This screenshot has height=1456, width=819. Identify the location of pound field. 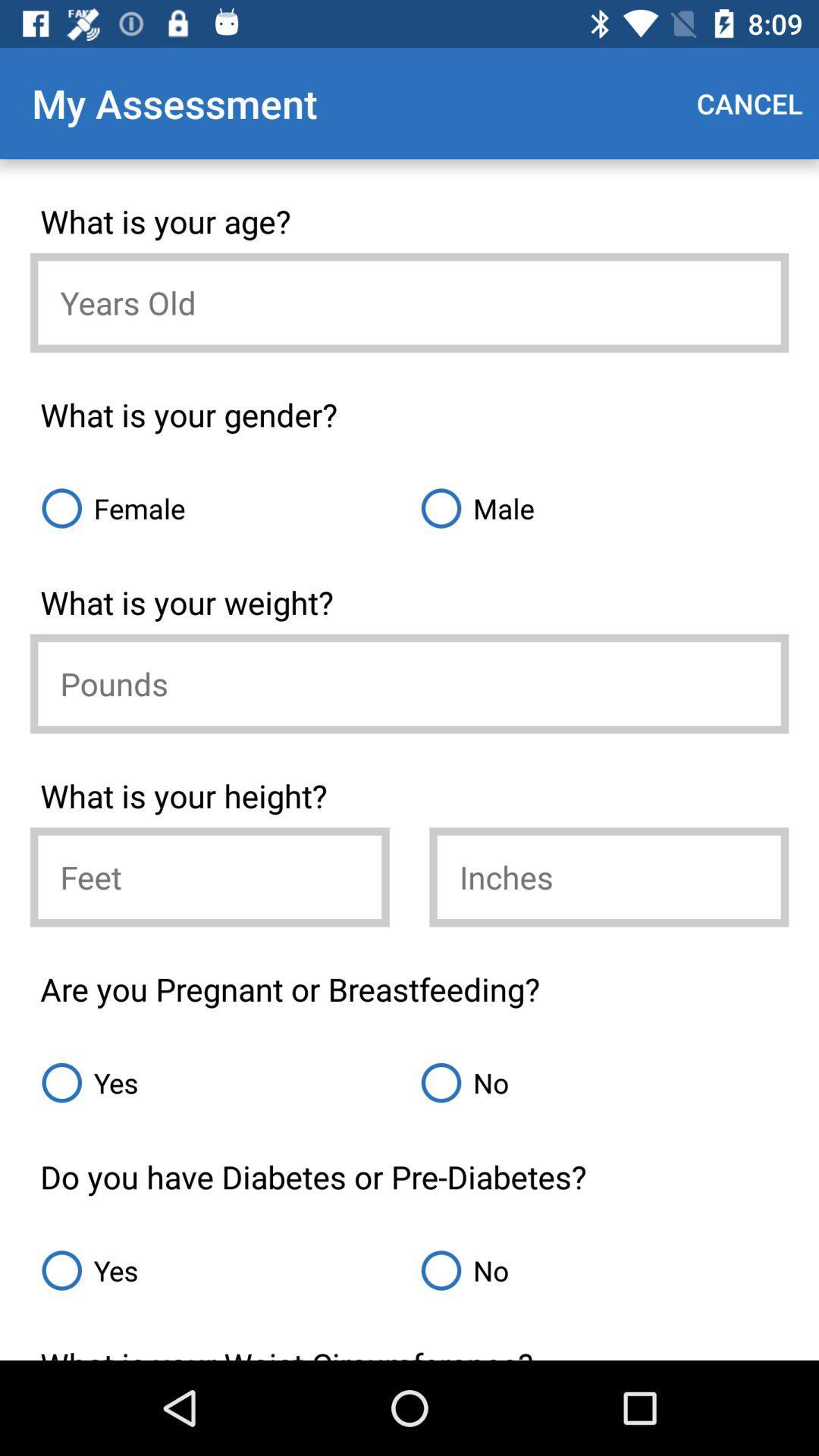
(409, 682).